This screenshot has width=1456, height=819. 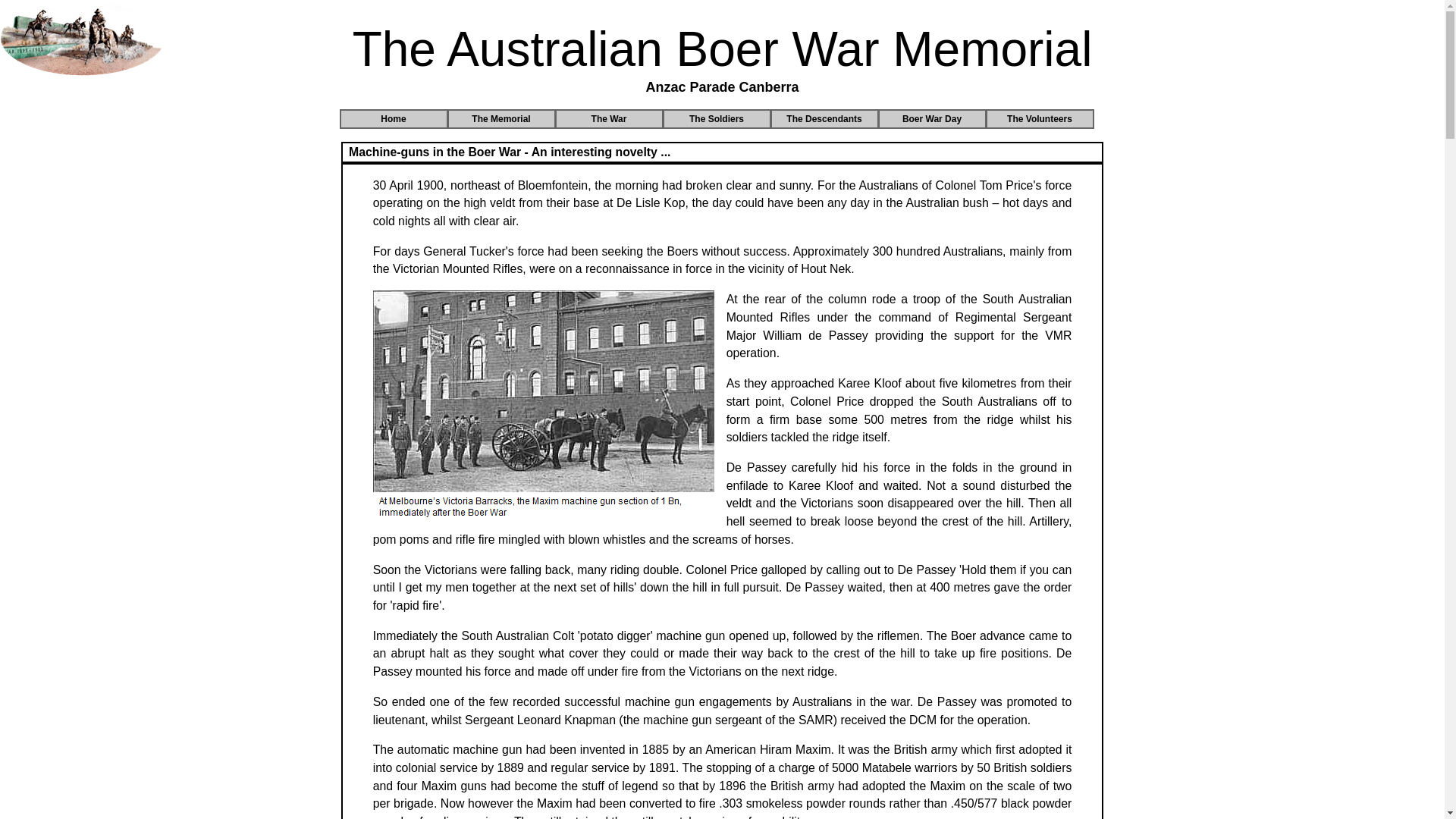 What do you see at coordinates (824, 118) in the screenshot?
I see `'The Descendants'` at bounding box center [824, 118].